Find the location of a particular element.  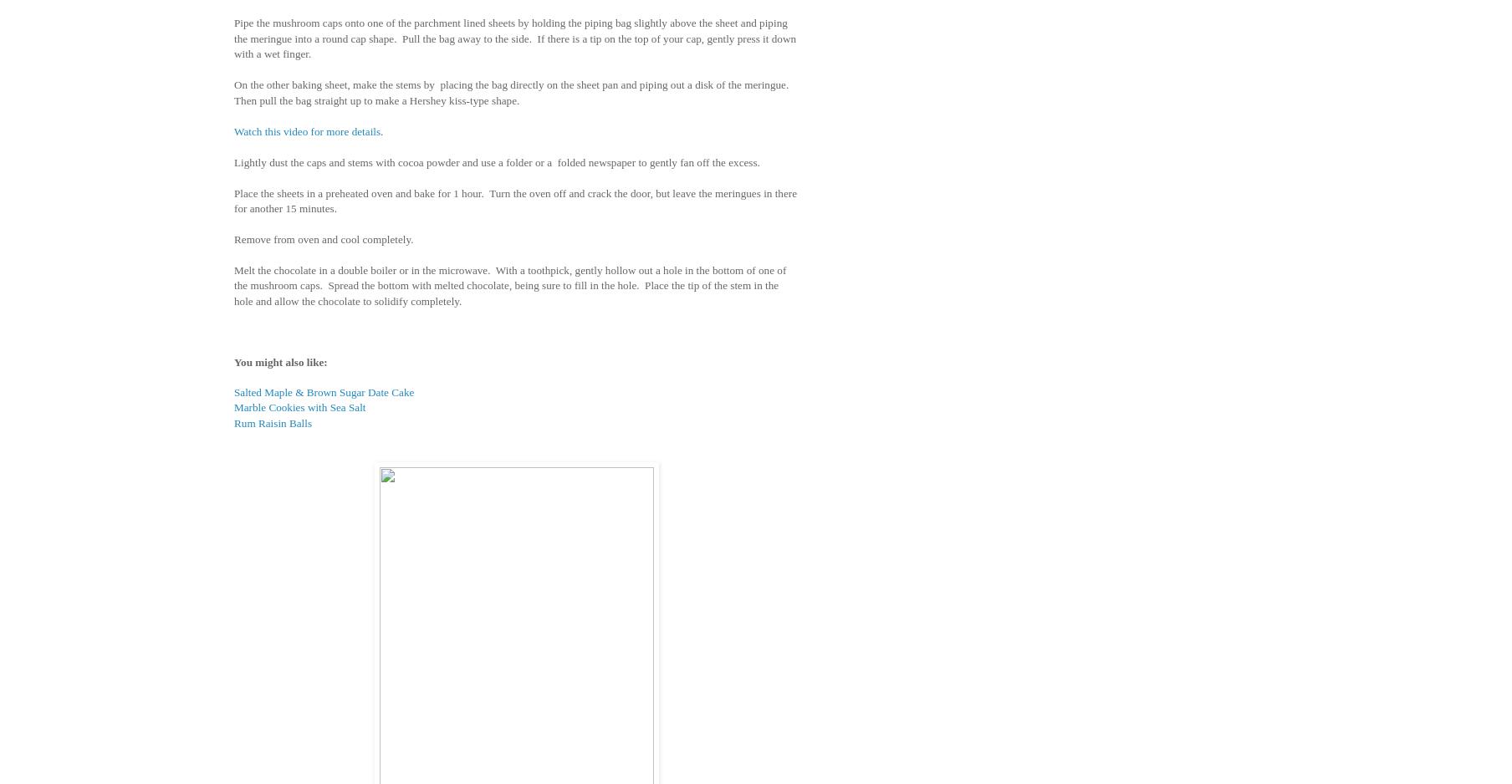

'Place the sheets in a preheated oven and bake for 1 hour.  Turn the oven off and crack the door, but leave the meringues in there for another 15 minutes.' is located at coordinates (233, 200).